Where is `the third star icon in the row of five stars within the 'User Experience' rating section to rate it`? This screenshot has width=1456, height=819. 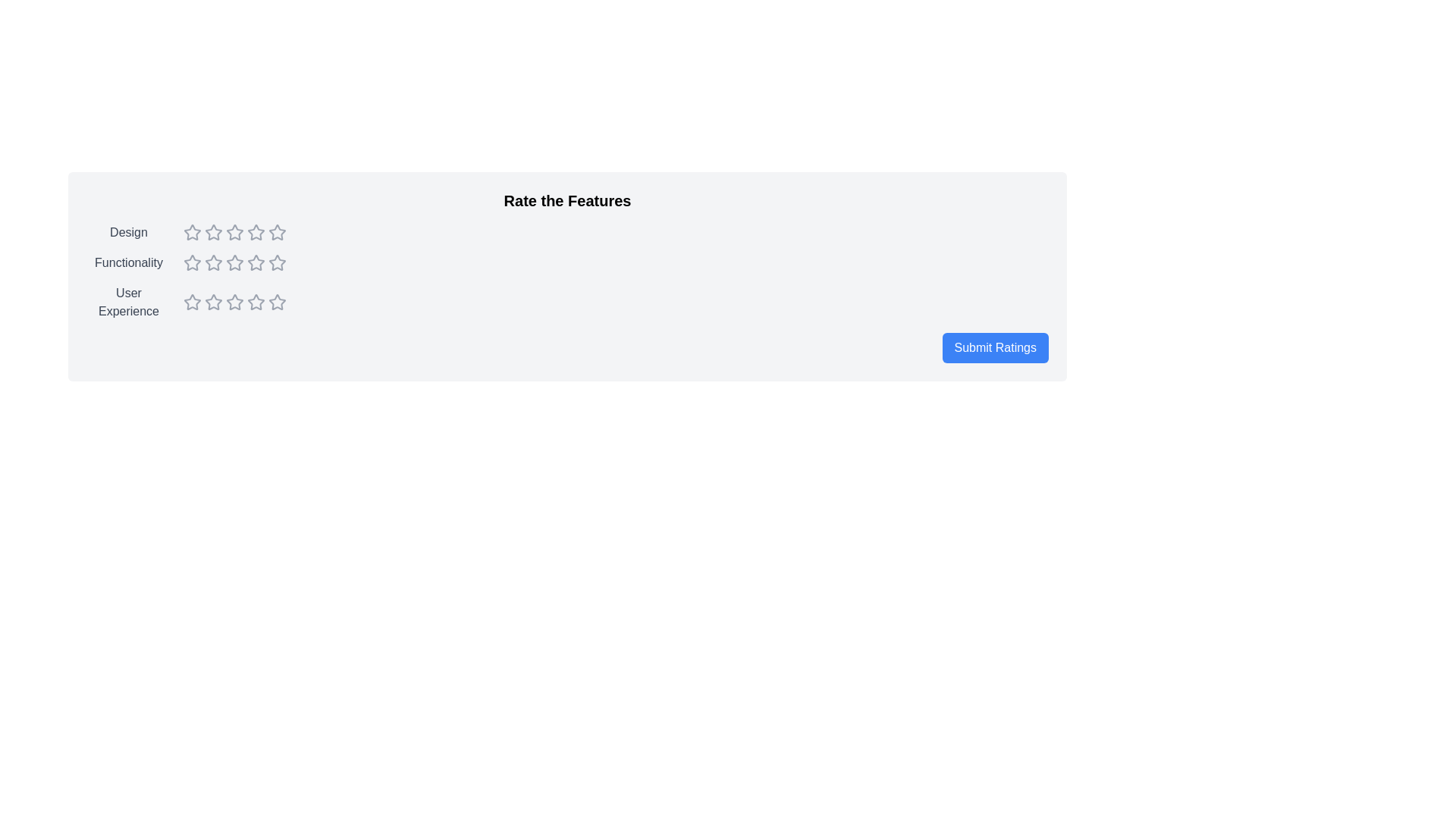 the third star icon in the row of five stars within the 'User Experience' rating section to rate it is located at coordinates (234, 302).